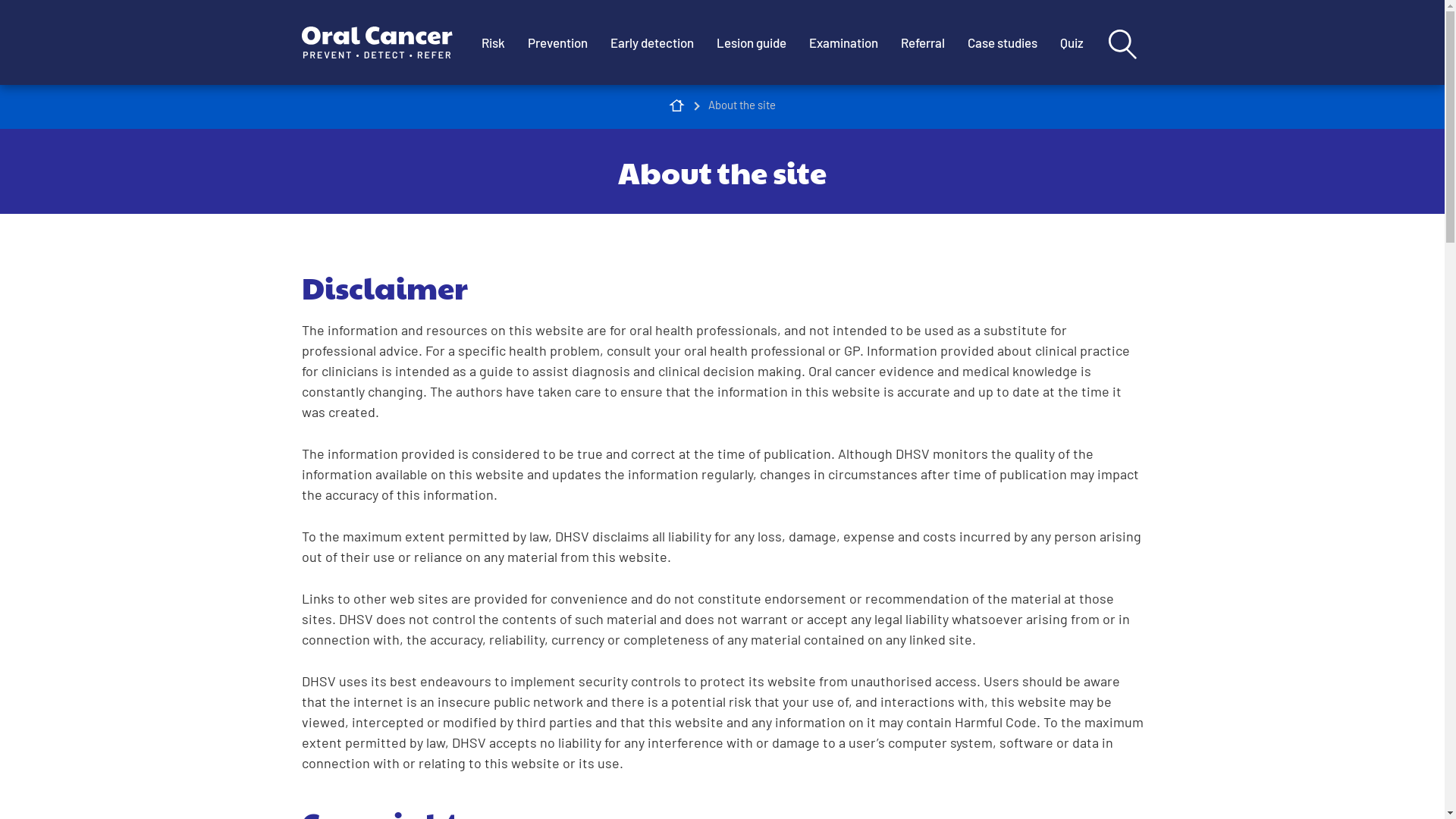 The height and width of the screenshot is (819, 1456). Describe the element at coordinates (1001, 42) in the screenshot. I see `'Case studies'` at that location.